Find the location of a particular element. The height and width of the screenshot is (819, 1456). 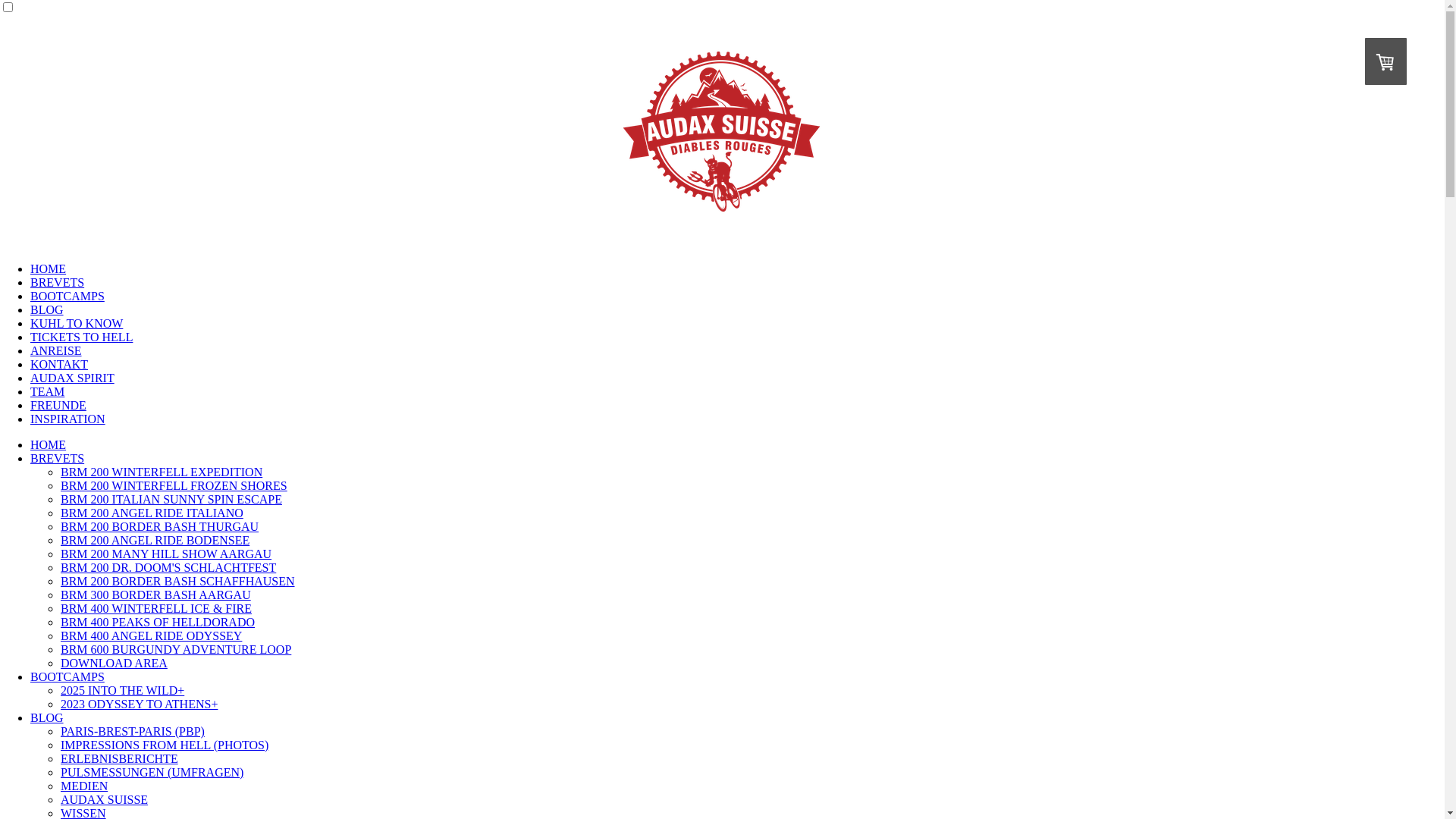

'BRM 400 WINTERFELL ICE & FIRE' is located at coordinates (156, 607).